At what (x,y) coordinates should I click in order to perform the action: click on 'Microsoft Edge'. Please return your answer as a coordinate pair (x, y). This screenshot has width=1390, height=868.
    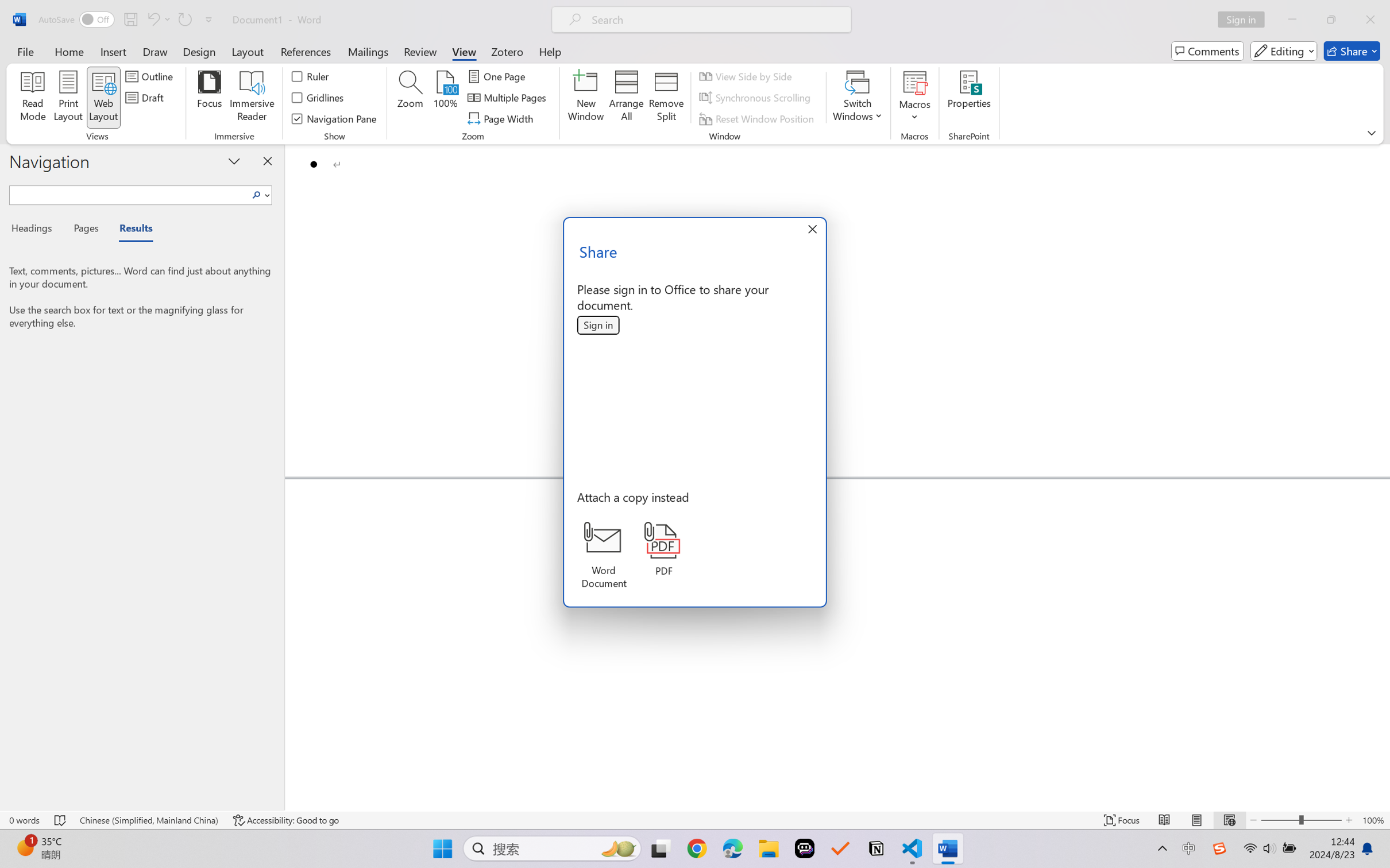
    Looking at the image, I should click on (732, 848).